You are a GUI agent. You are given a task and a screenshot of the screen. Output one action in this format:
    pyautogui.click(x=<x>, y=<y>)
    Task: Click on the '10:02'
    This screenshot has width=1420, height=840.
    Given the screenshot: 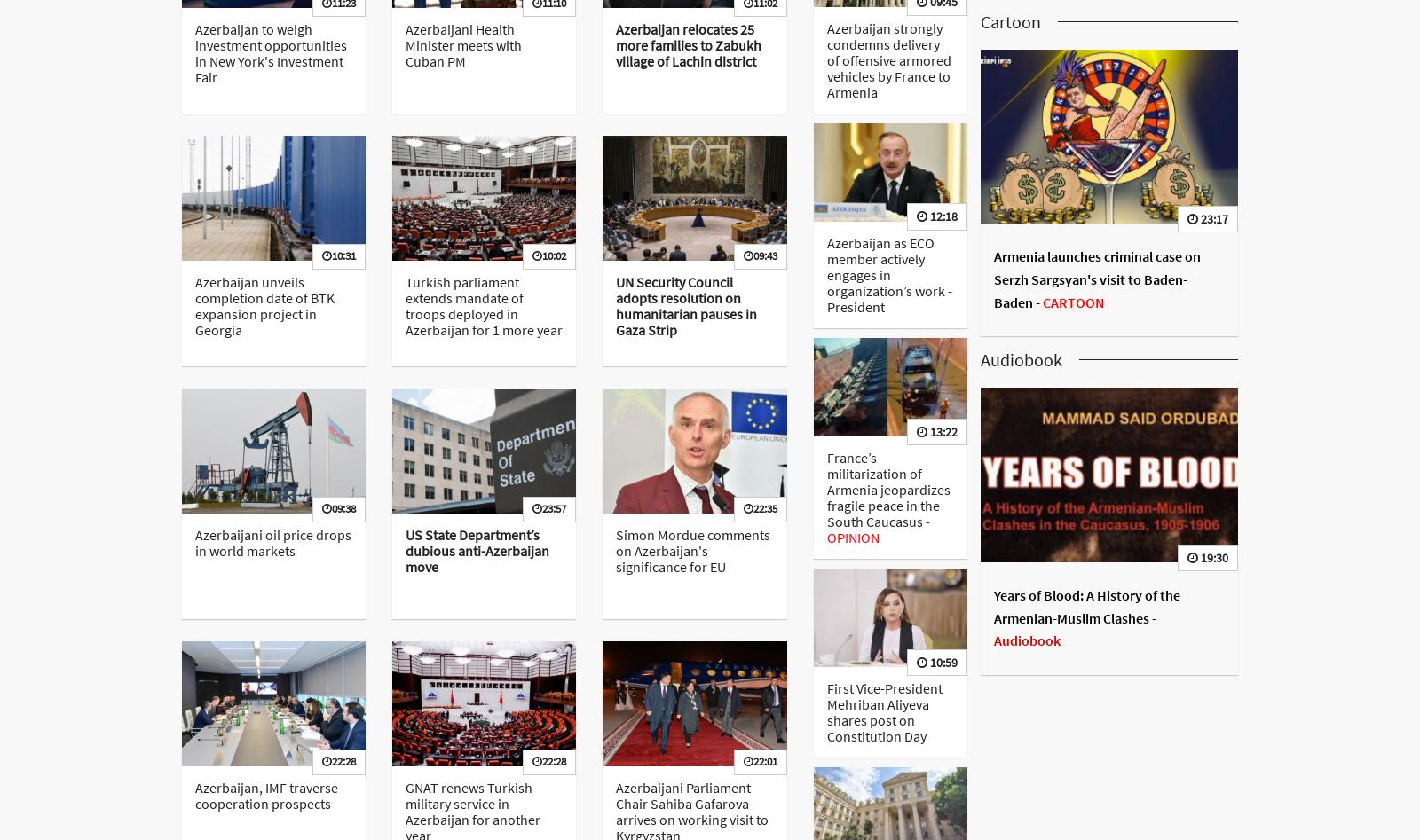 What is the action you would take?
    pyautogui.click(x=554, y=254)
    